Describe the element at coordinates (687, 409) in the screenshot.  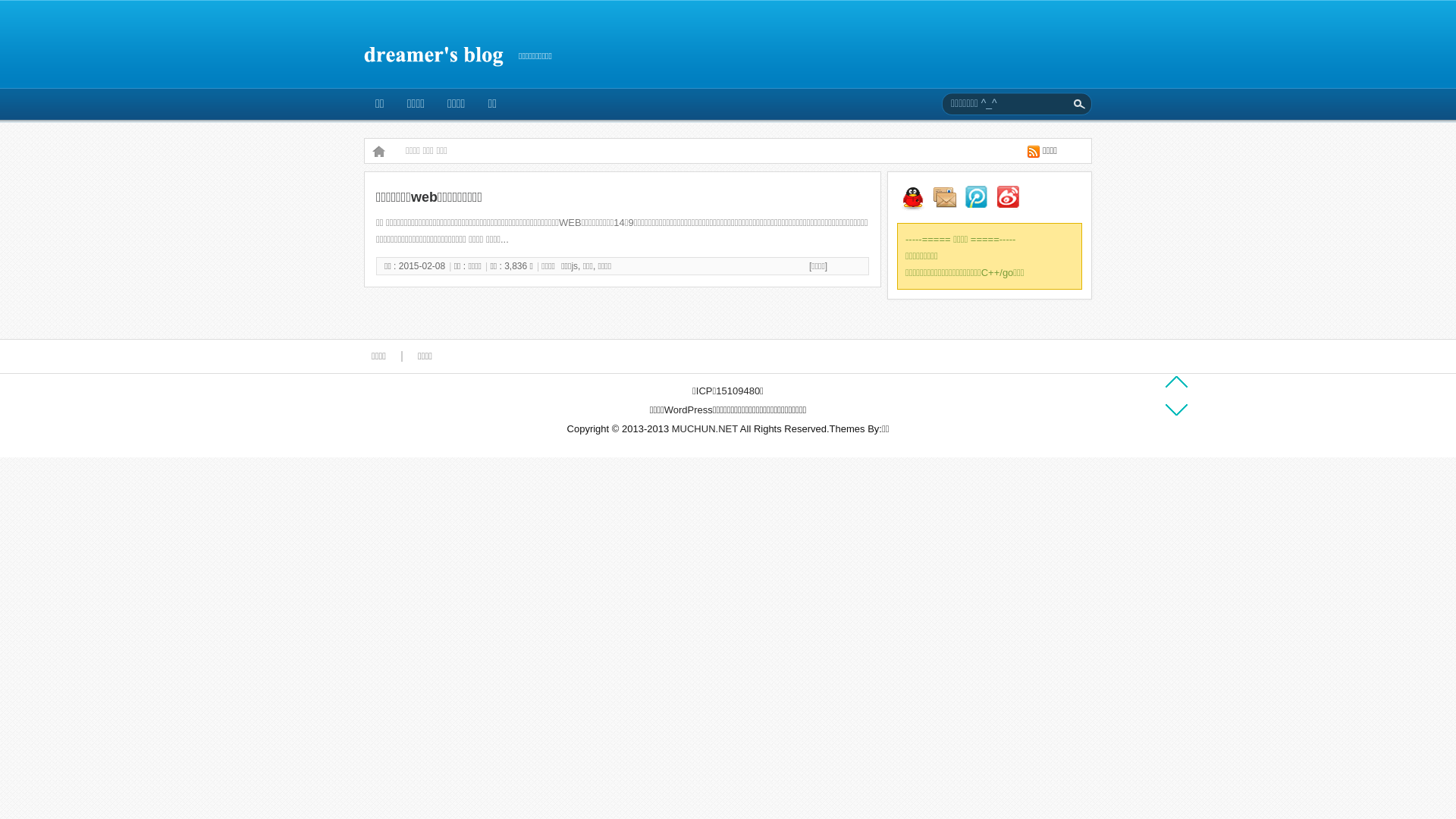
I see `'WordPress'` at that location.